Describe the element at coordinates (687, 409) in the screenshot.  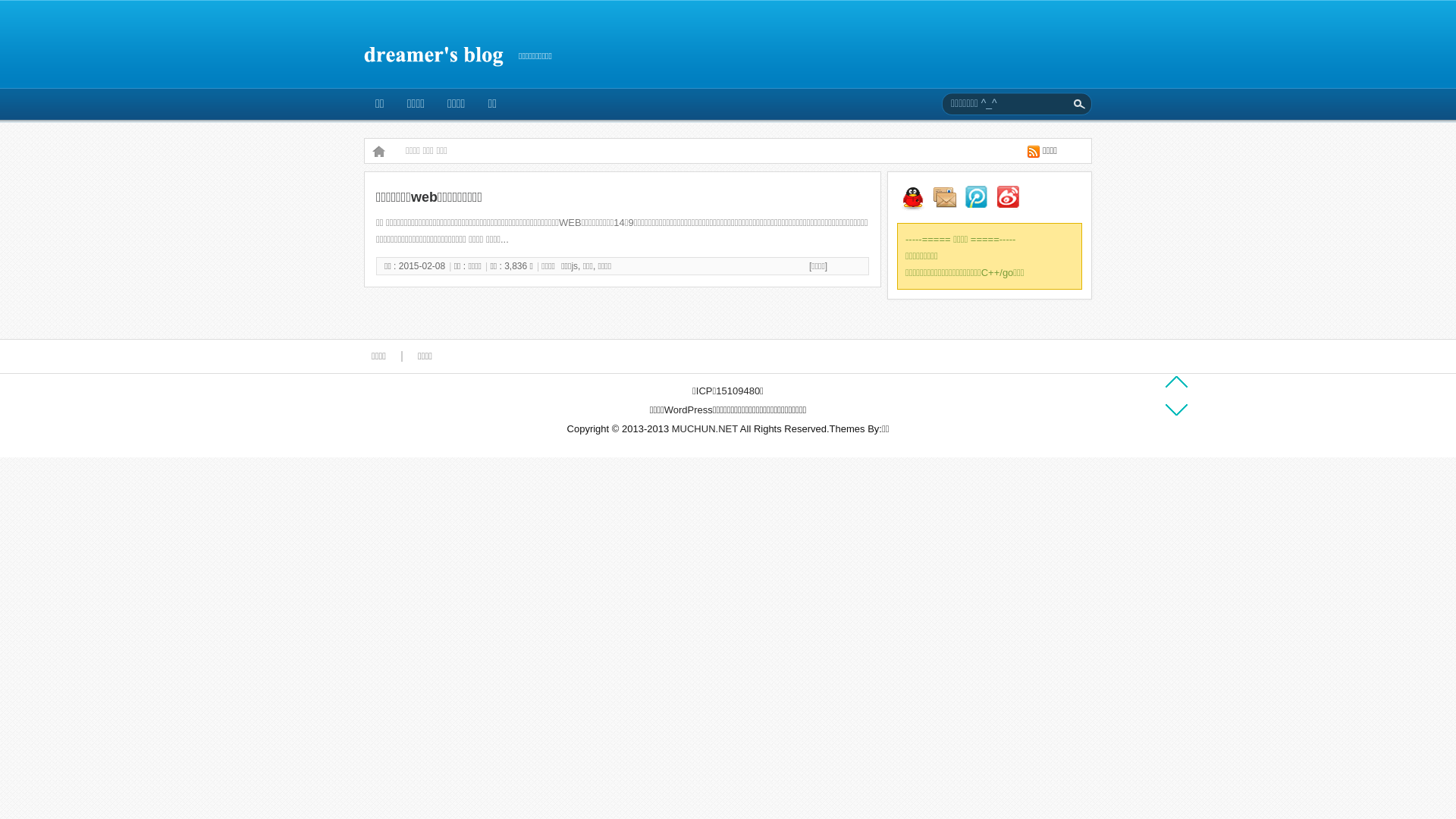
I see `'WordPress'` at that location.